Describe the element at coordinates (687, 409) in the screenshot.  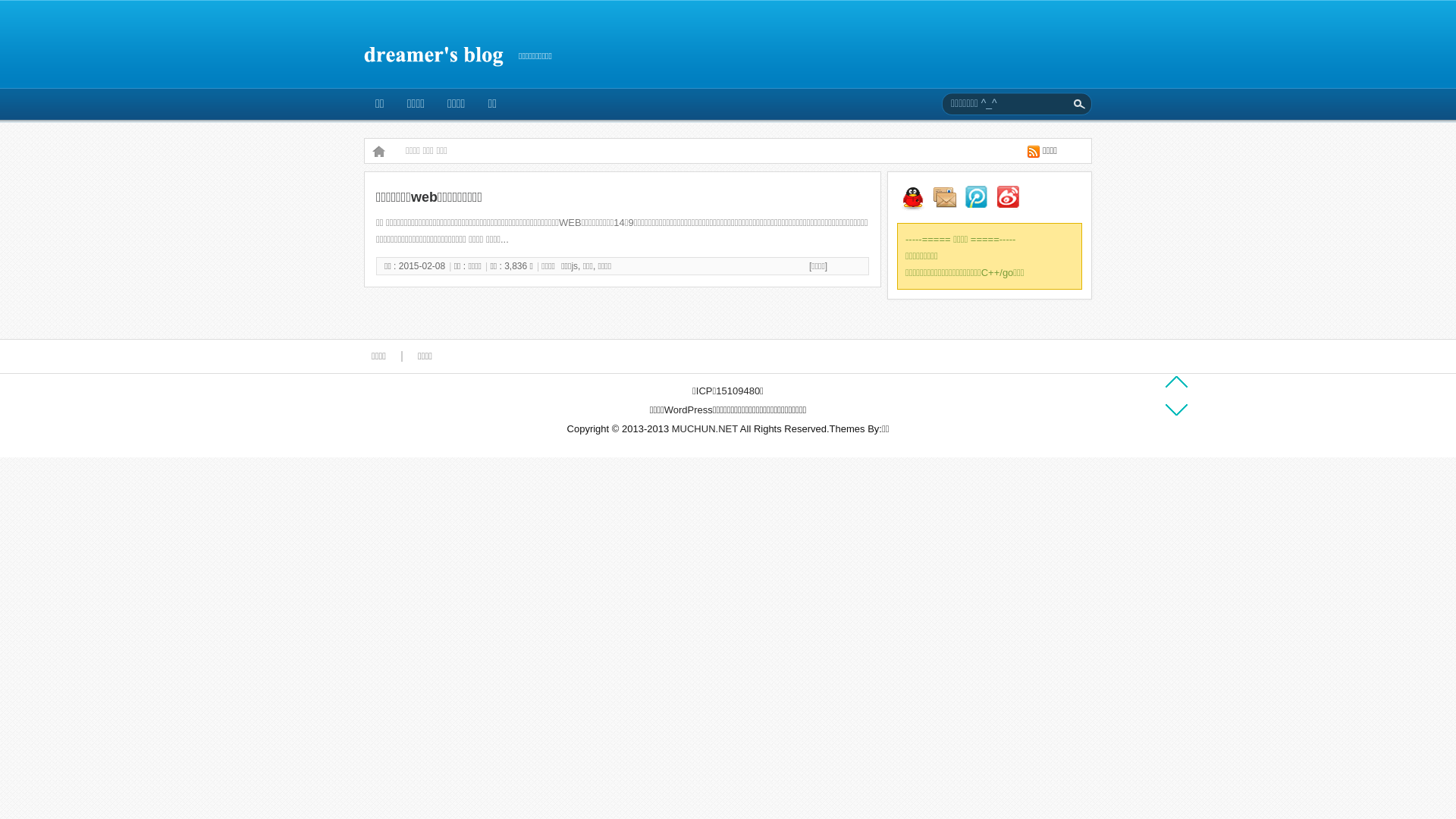
I see `'WordPress'` at that location.